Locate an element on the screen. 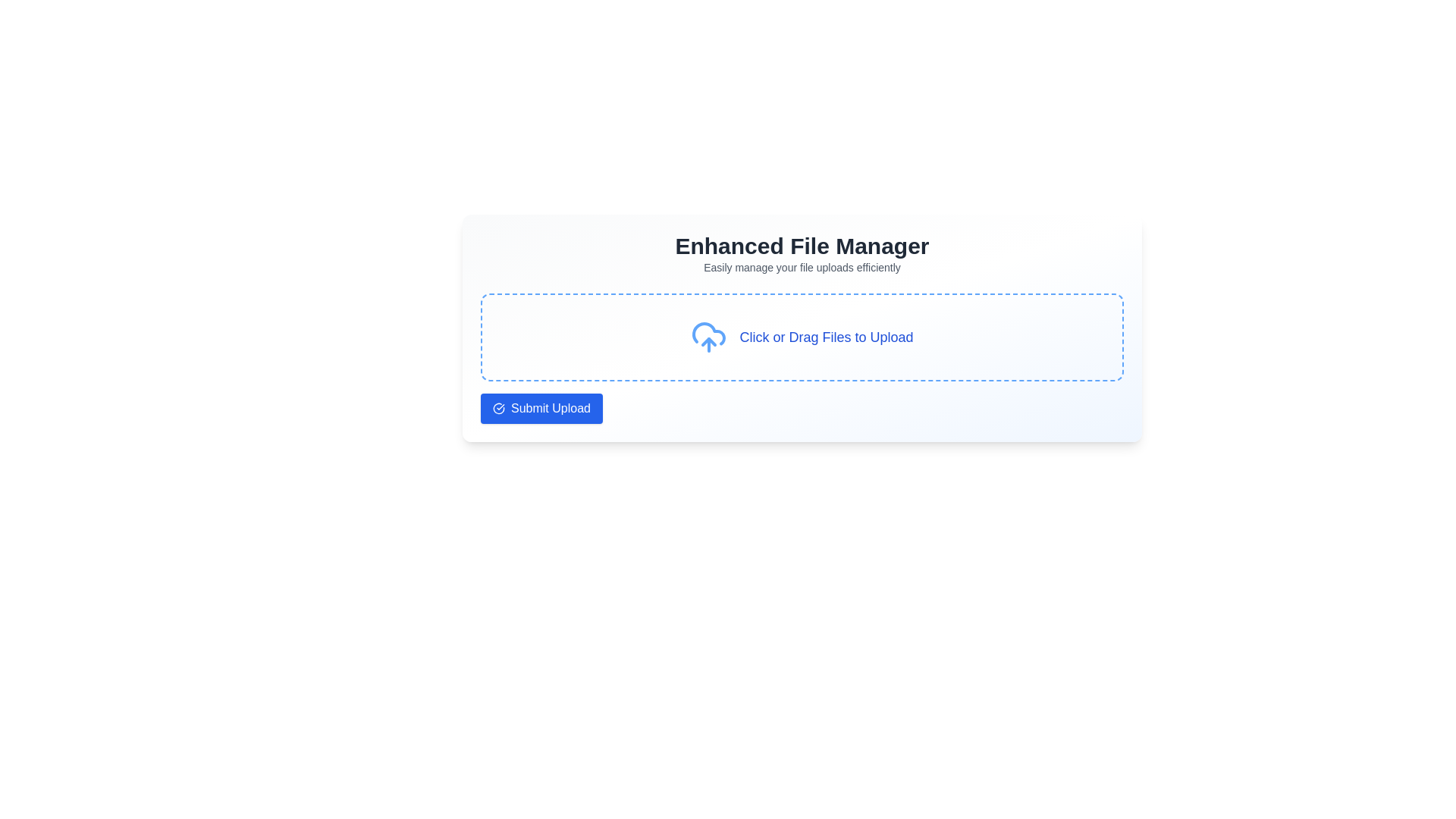 The image size is (1456, 819). the title text element that introduces the content and purpose of the application interface, positioned above the text 'Easily manage your file uploads efficiently' is located at coordinates (801, 245).